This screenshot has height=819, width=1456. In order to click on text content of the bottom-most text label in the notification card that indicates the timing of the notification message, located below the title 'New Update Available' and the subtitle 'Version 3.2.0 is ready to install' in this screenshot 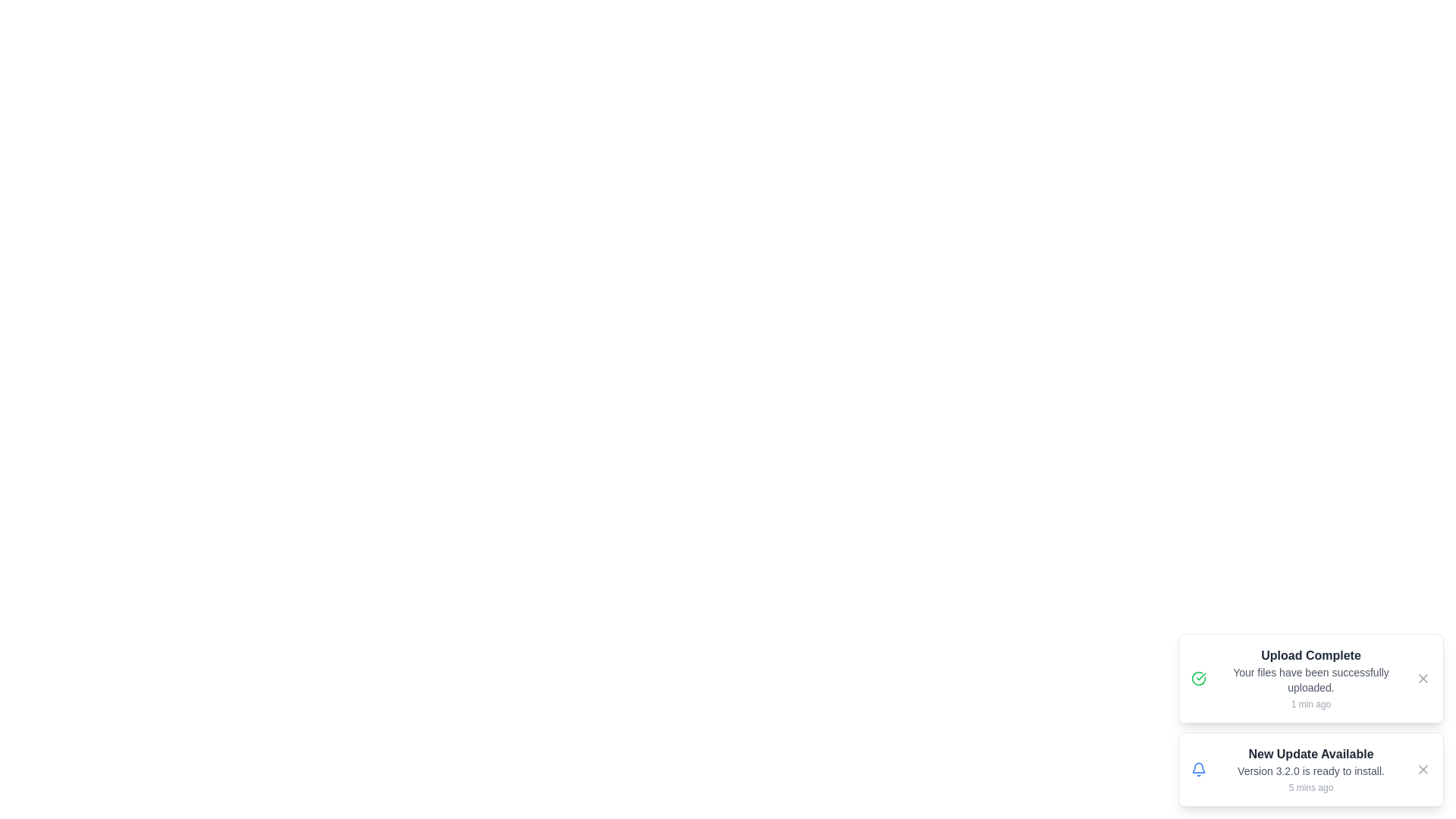, I will do `click(1310, 786)`.